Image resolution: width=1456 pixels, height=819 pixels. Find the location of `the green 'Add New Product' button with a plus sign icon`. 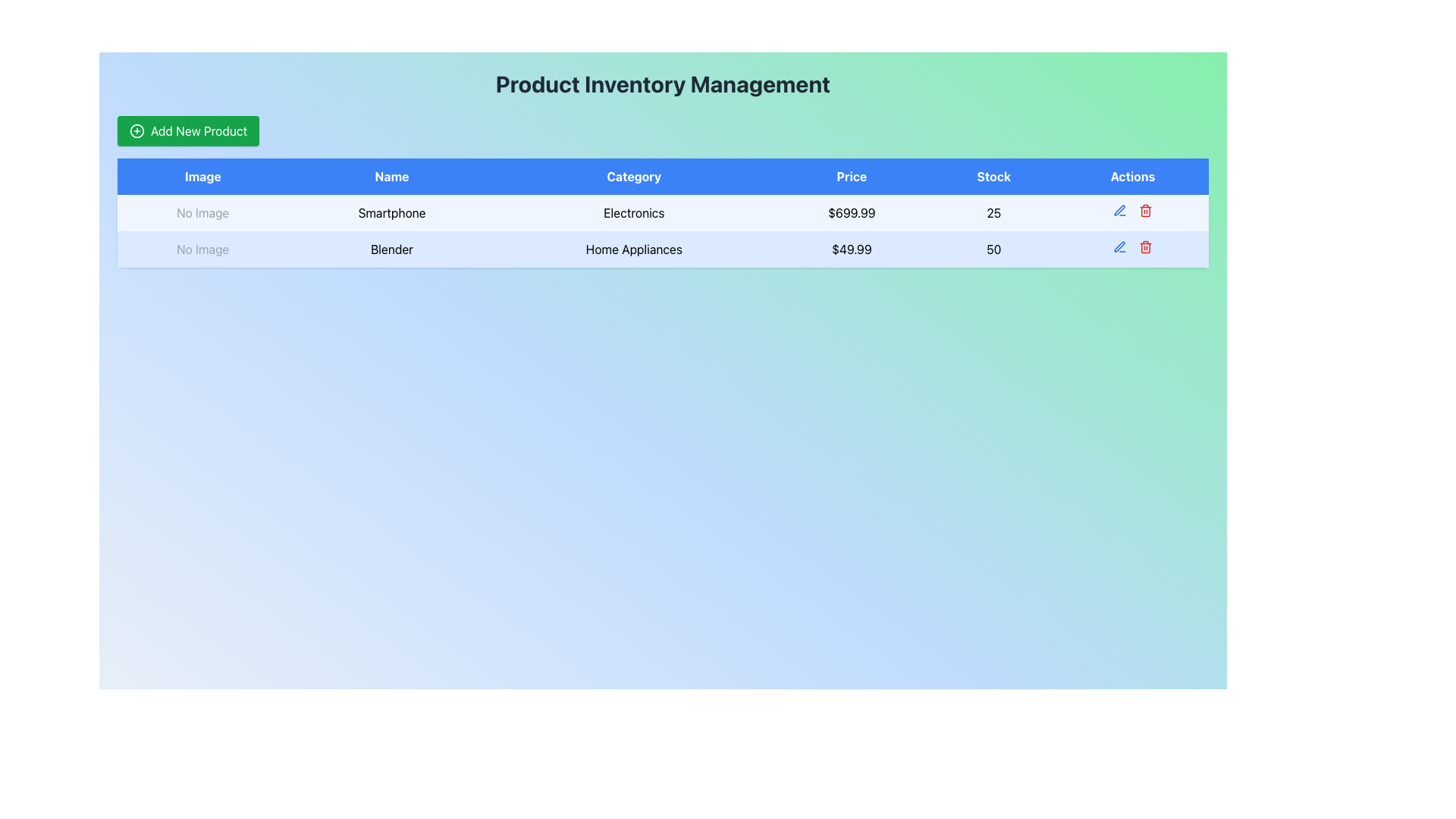

the green 'Add New Product' button with a plus sign icon is located at coordinates (187, 130).